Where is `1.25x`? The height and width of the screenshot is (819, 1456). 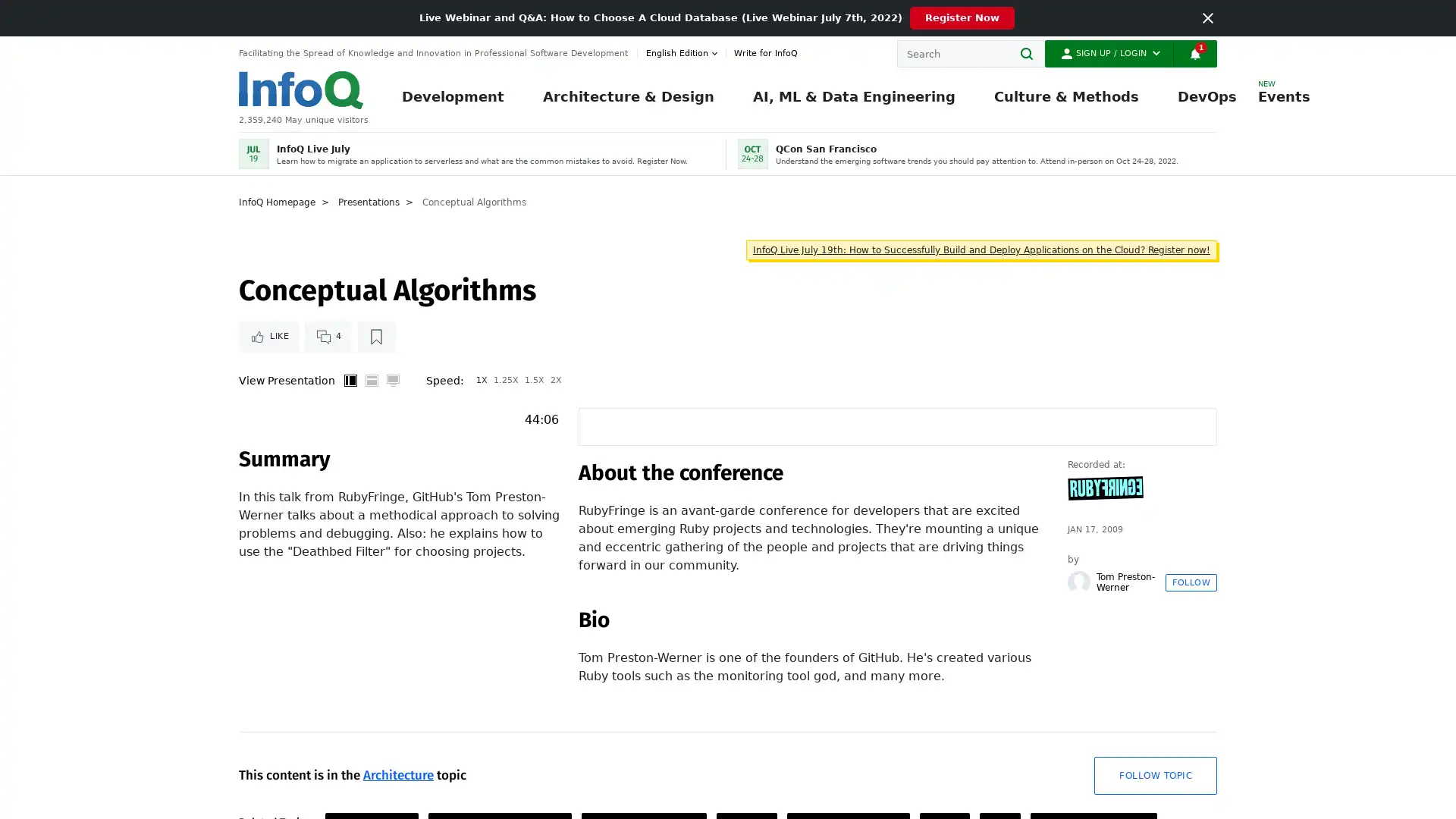
1.25x is located at coordinates (506, 435).